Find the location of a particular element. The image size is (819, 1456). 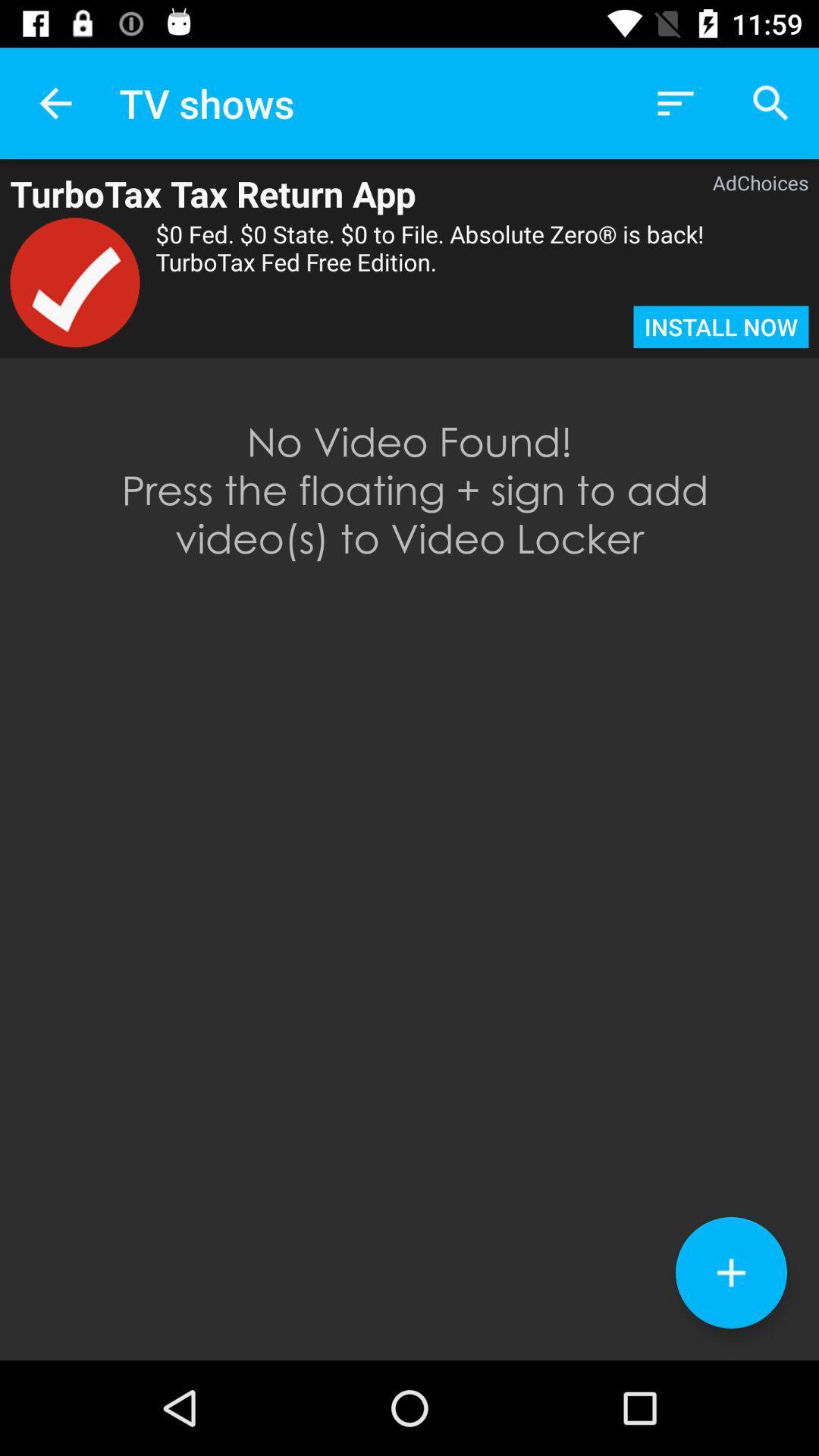

the app to the left of adchoices is located at coordinates (337, 193).